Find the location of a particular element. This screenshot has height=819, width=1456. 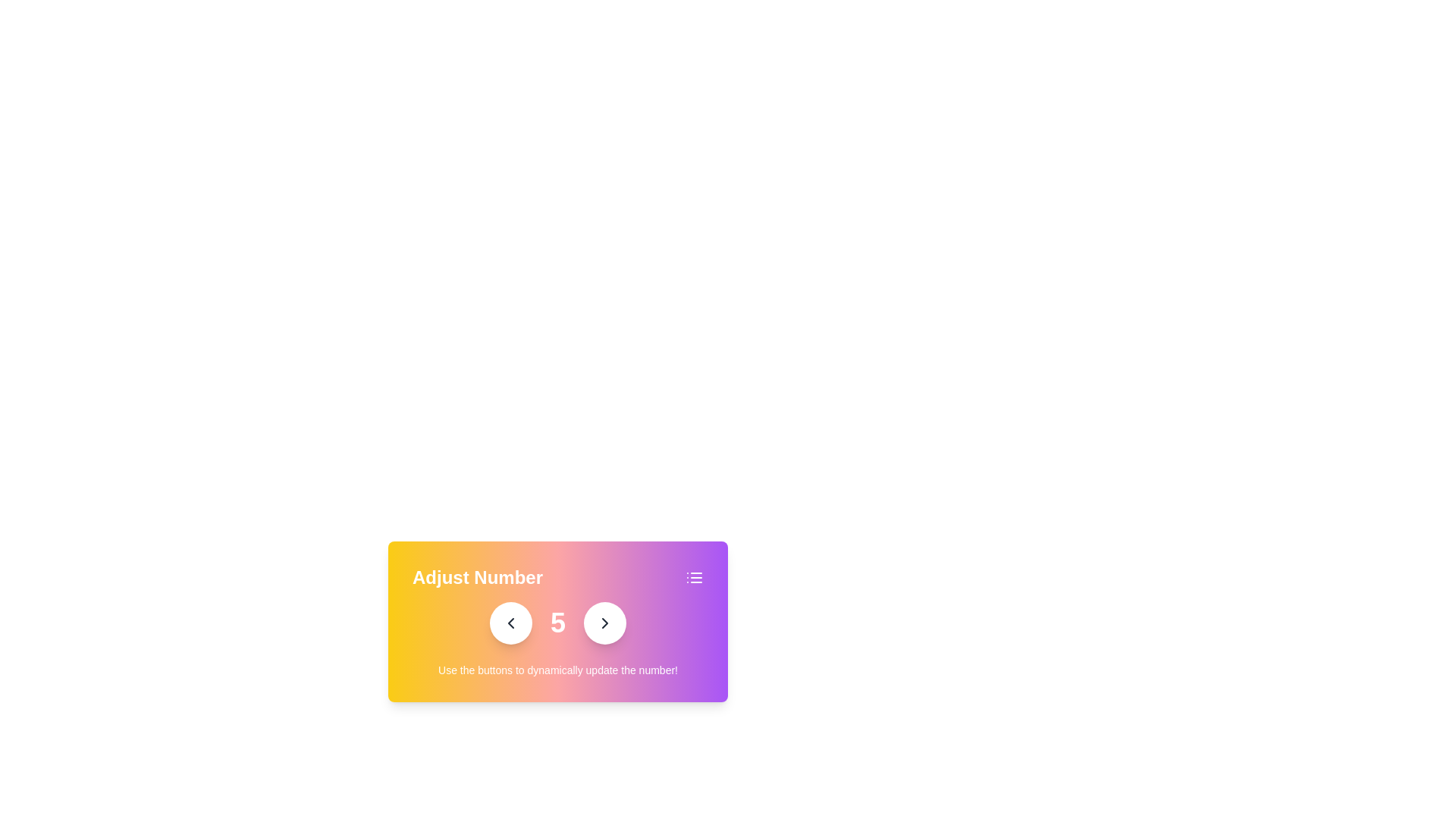

the instructive text label that indicates the use of buttons for adjusting a number dynamically, located below the numeric display and navigation buttons is located at coordinates (557, 669).